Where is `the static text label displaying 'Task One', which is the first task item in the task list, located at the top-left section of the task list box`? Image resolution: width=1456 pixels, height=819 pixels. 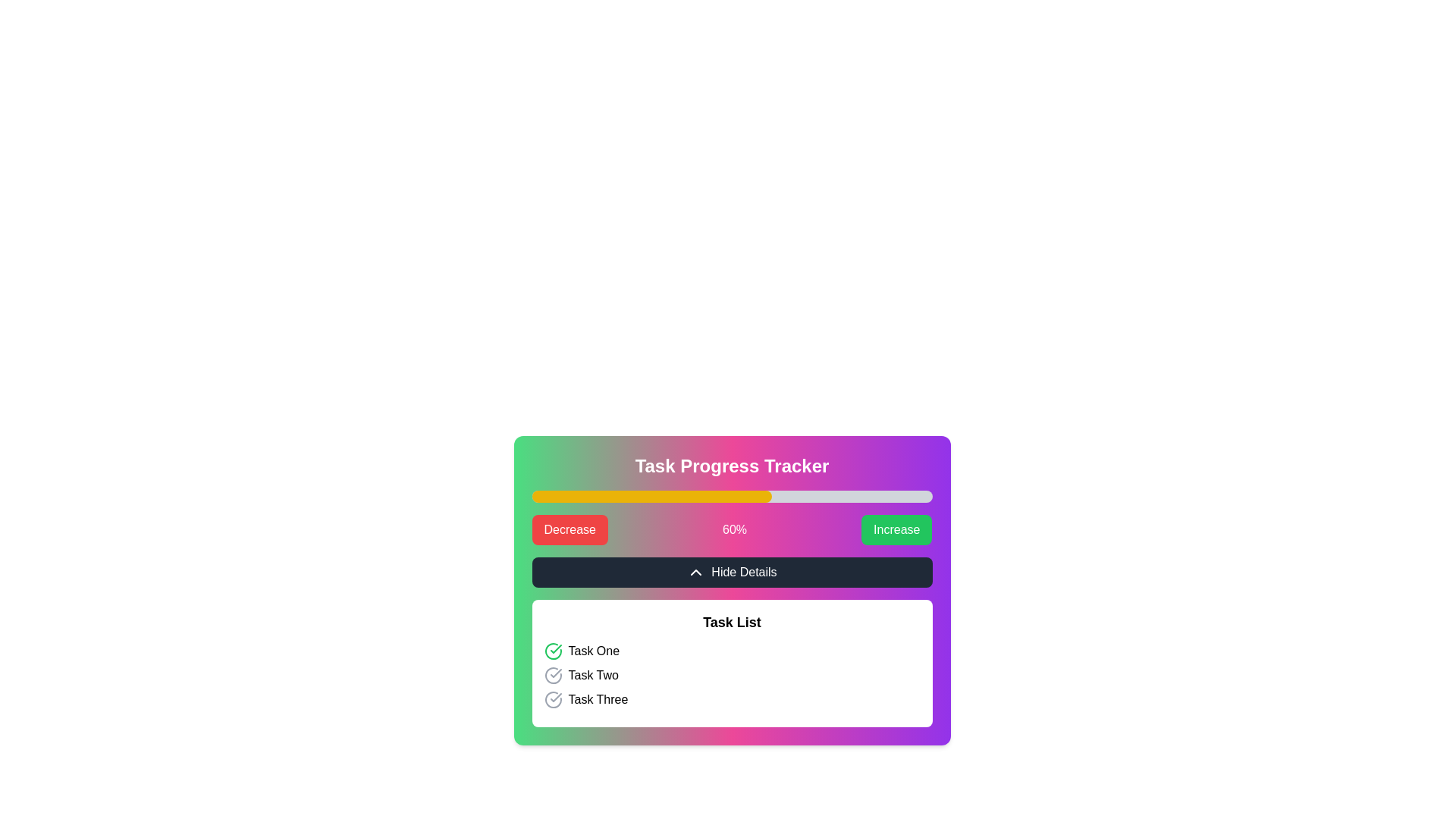
the static text label displaying 'Task One', which is the first task item in the task list, located at the top-left section of the task list box is located at coordinates (593, 651).